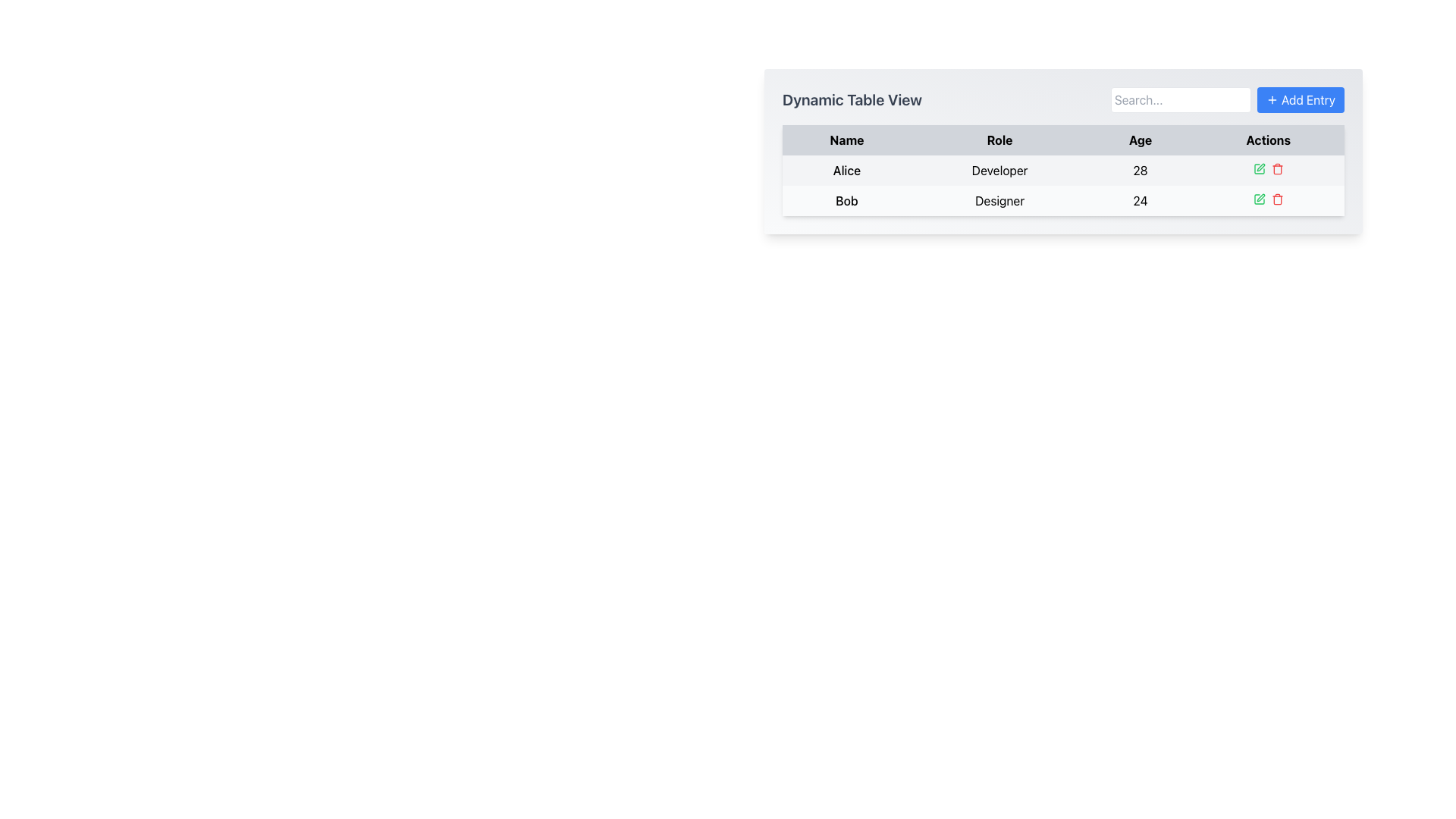  What do you see at coordinates (1276, 199) in the screenshot?
I see `the trash can icon in the 'Actions' column under the 'Designer' row, which is visually represented by a rectangular shape with rounded edges` at bounding box center [1276, 199].